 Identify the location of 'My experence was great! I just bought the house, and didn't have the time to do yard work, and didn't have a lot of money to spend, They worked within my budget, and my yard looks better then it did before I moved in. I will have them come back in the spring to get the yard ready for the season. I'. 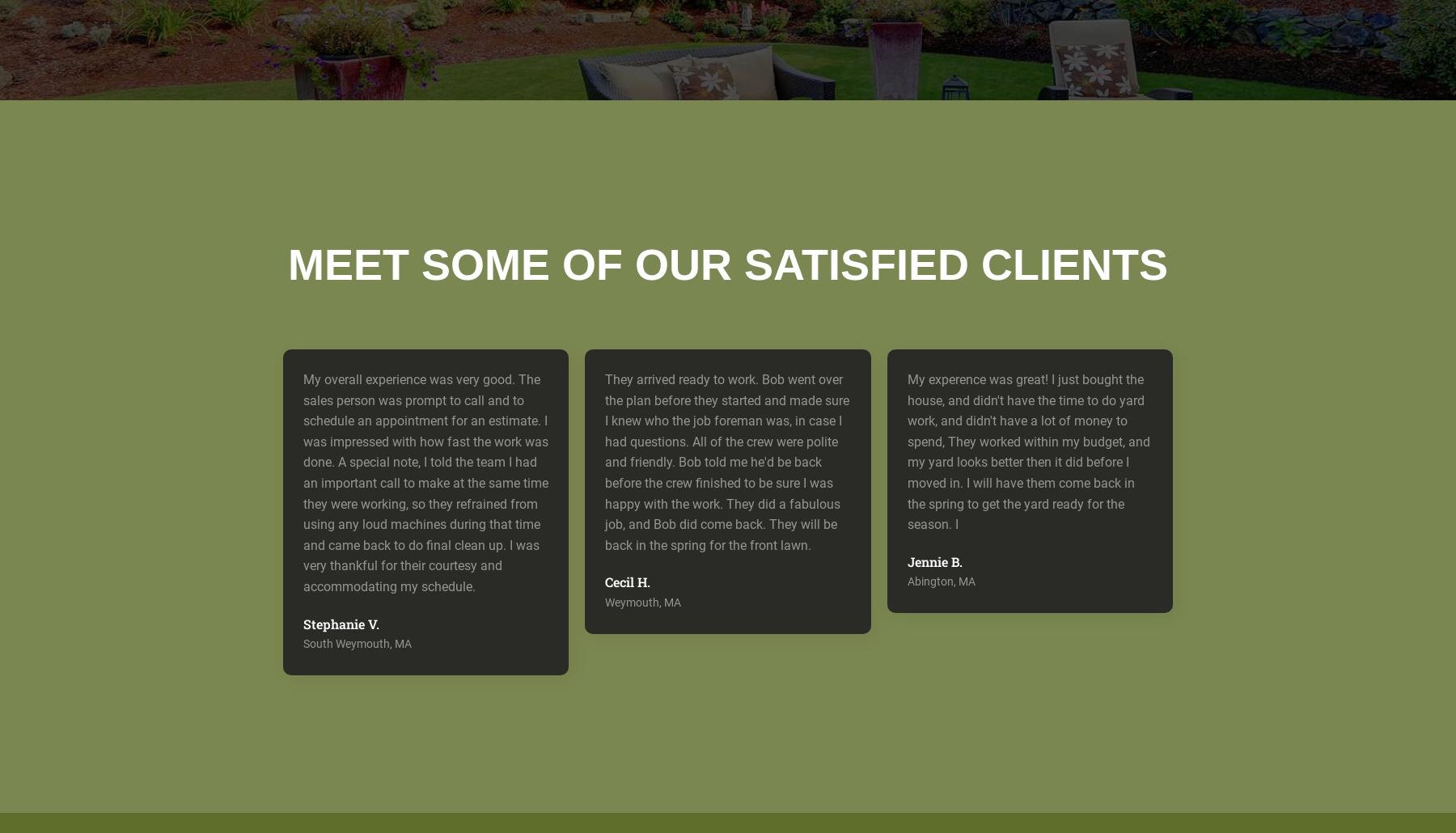
(1027, 451).